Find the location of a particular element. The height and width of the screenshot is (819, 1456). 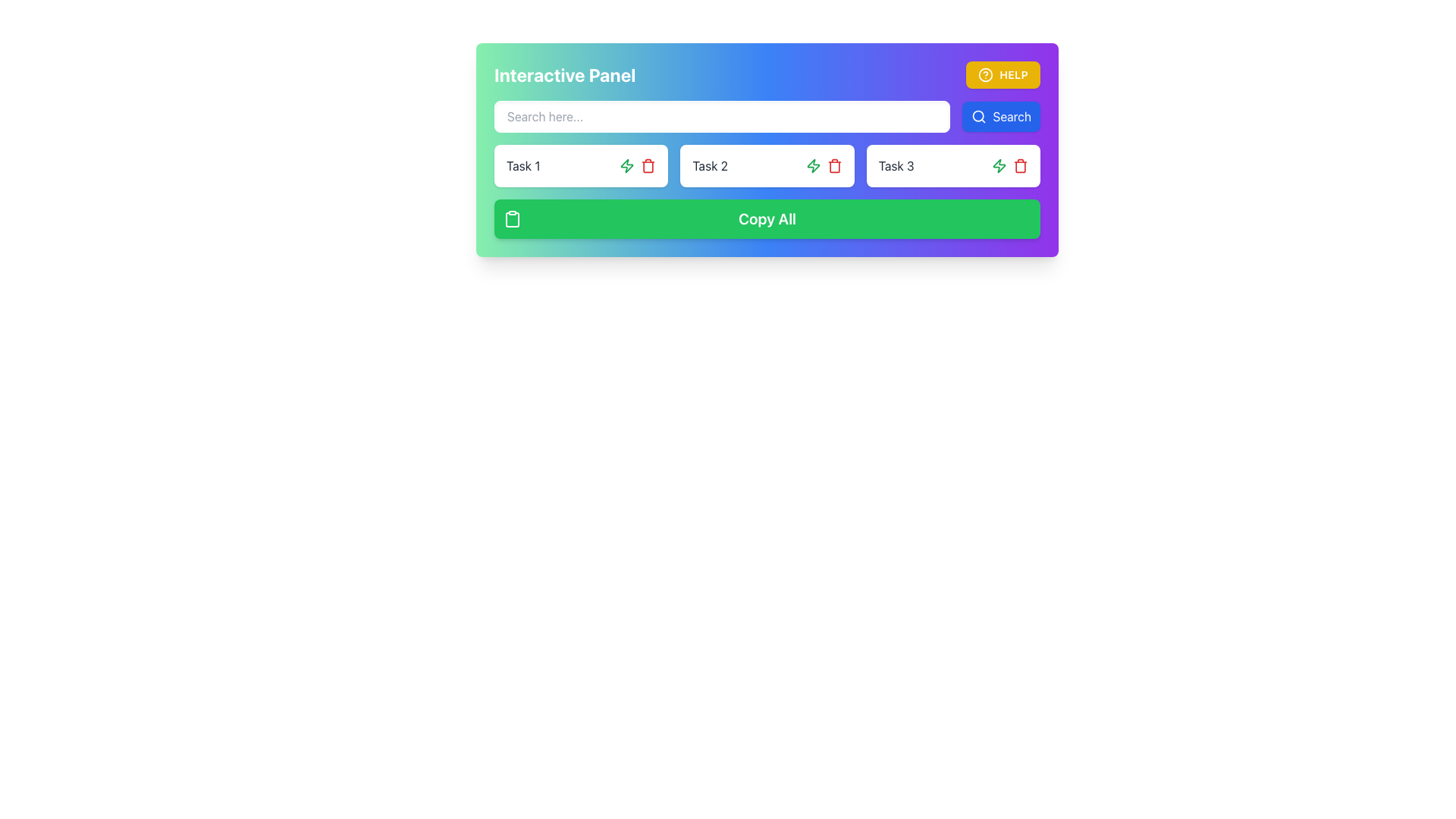

the clipboard icon located within the green 'Copy All' button at the bottom of the interface is located at coordinates (513, 219).